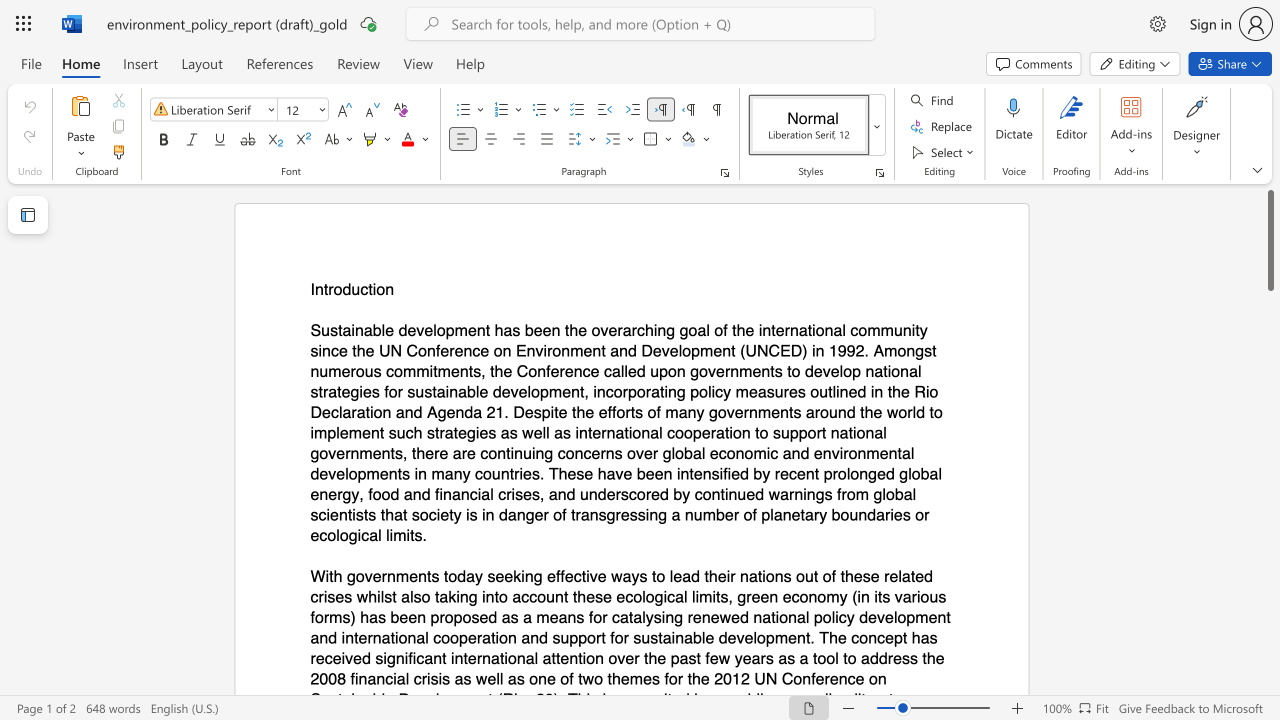 The image size is (1280, 720). Describe the element at coordinates (1269, 508) in the screenshot. I see `the scrollbar to move the page downward` at that location.